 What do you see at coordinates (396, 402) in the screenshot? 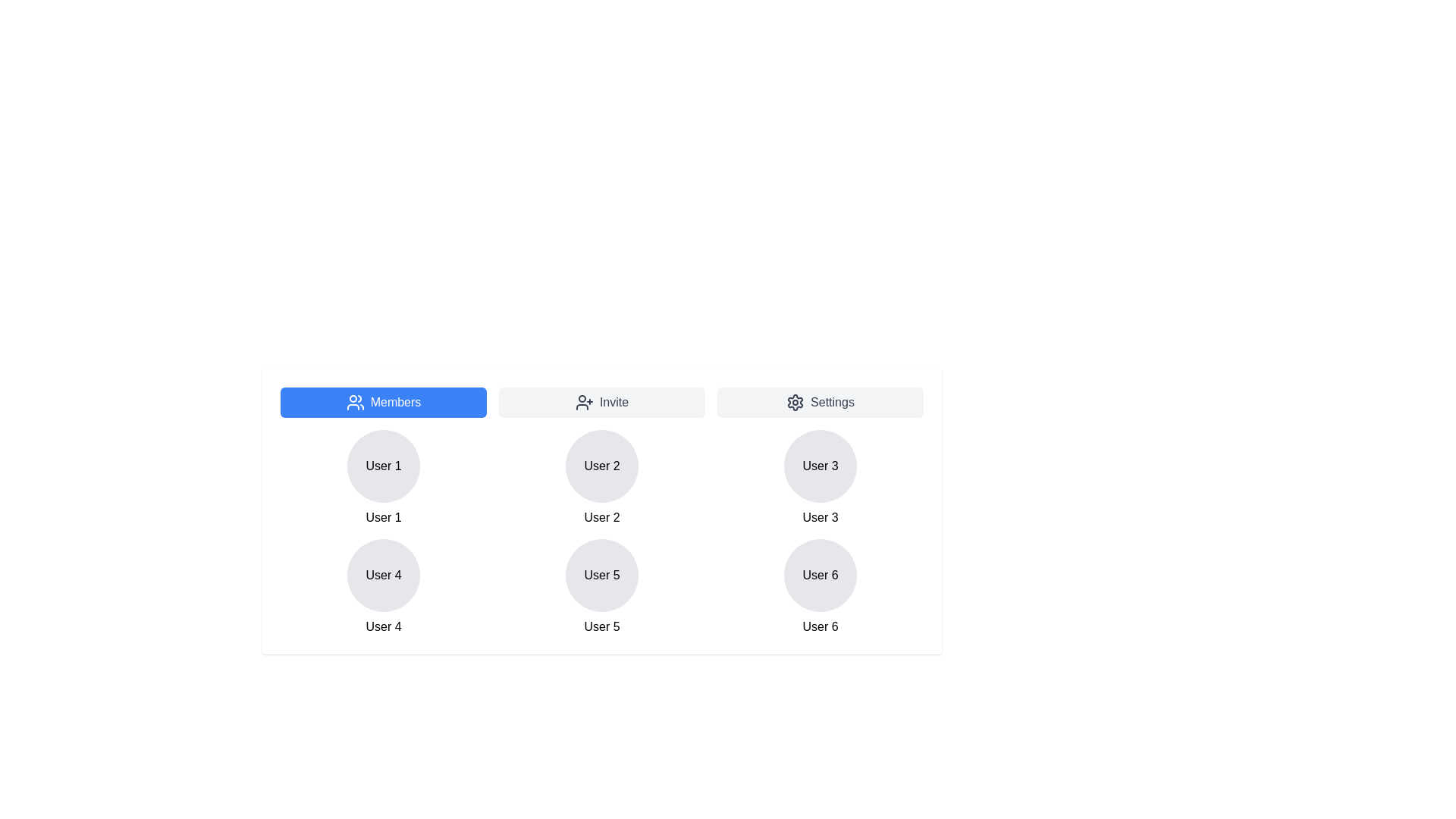
I see `the 'Members' text label within the button` at bounding box center [396, 402].